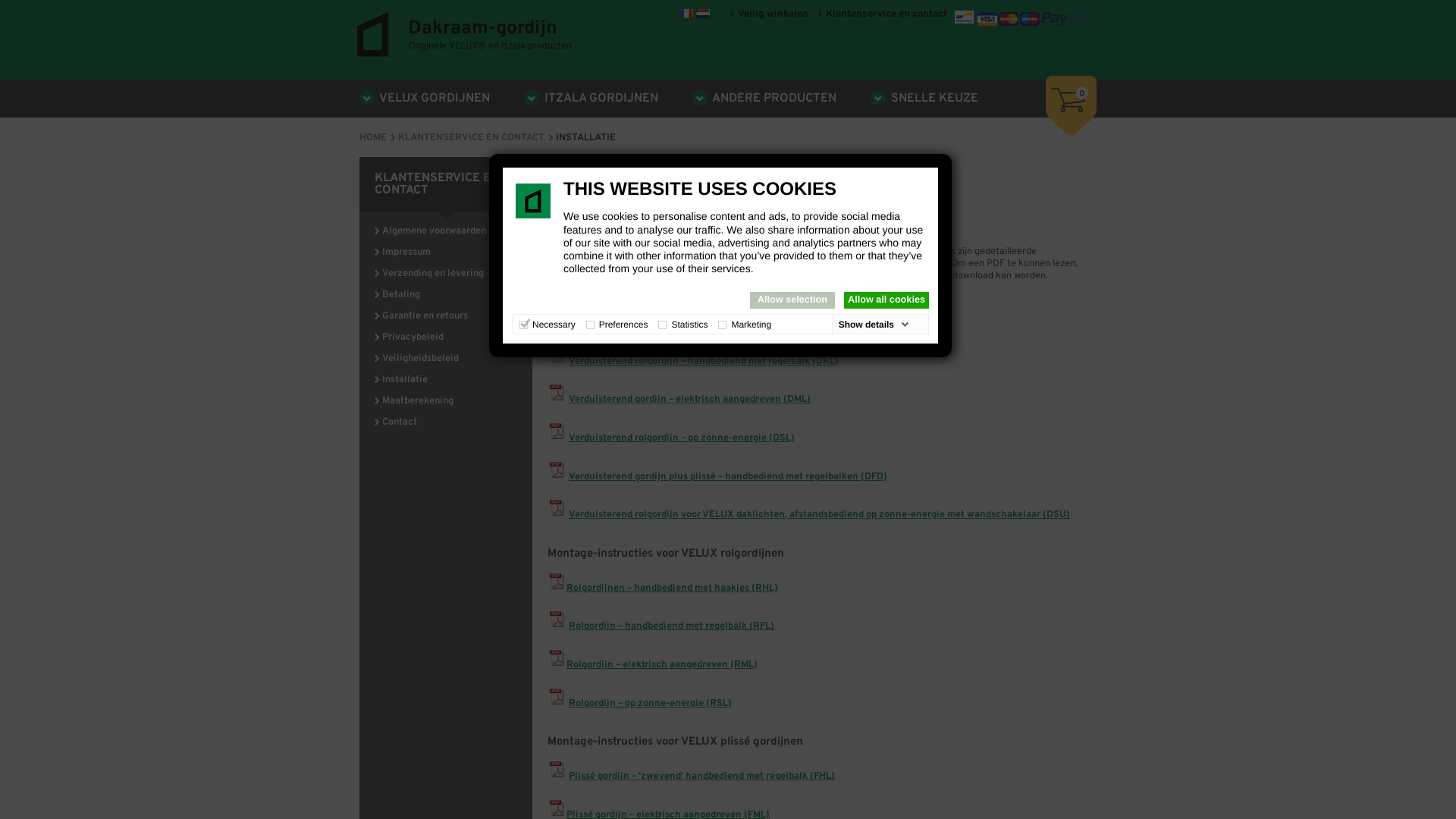 Image resolution: width=1456 pixels, height=819 pixels. What do you see at coordinates (413, 336) in the screenshot?
I see `'Privacybeleid'` at bounding box center [413, 336].